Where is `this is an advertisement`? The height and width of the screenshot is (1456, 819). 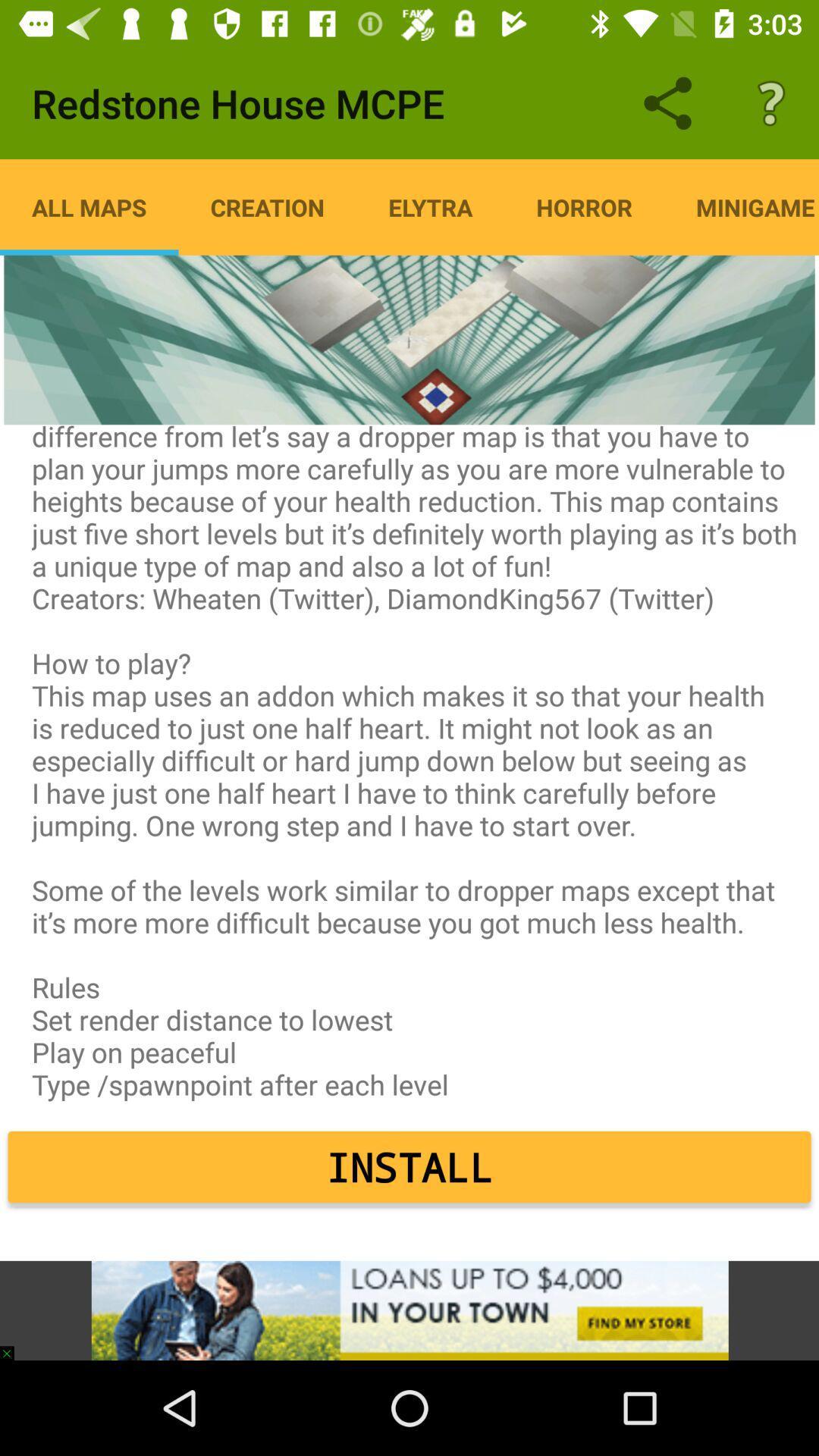
this is an advertisement is located at coordinates (409, 1310).